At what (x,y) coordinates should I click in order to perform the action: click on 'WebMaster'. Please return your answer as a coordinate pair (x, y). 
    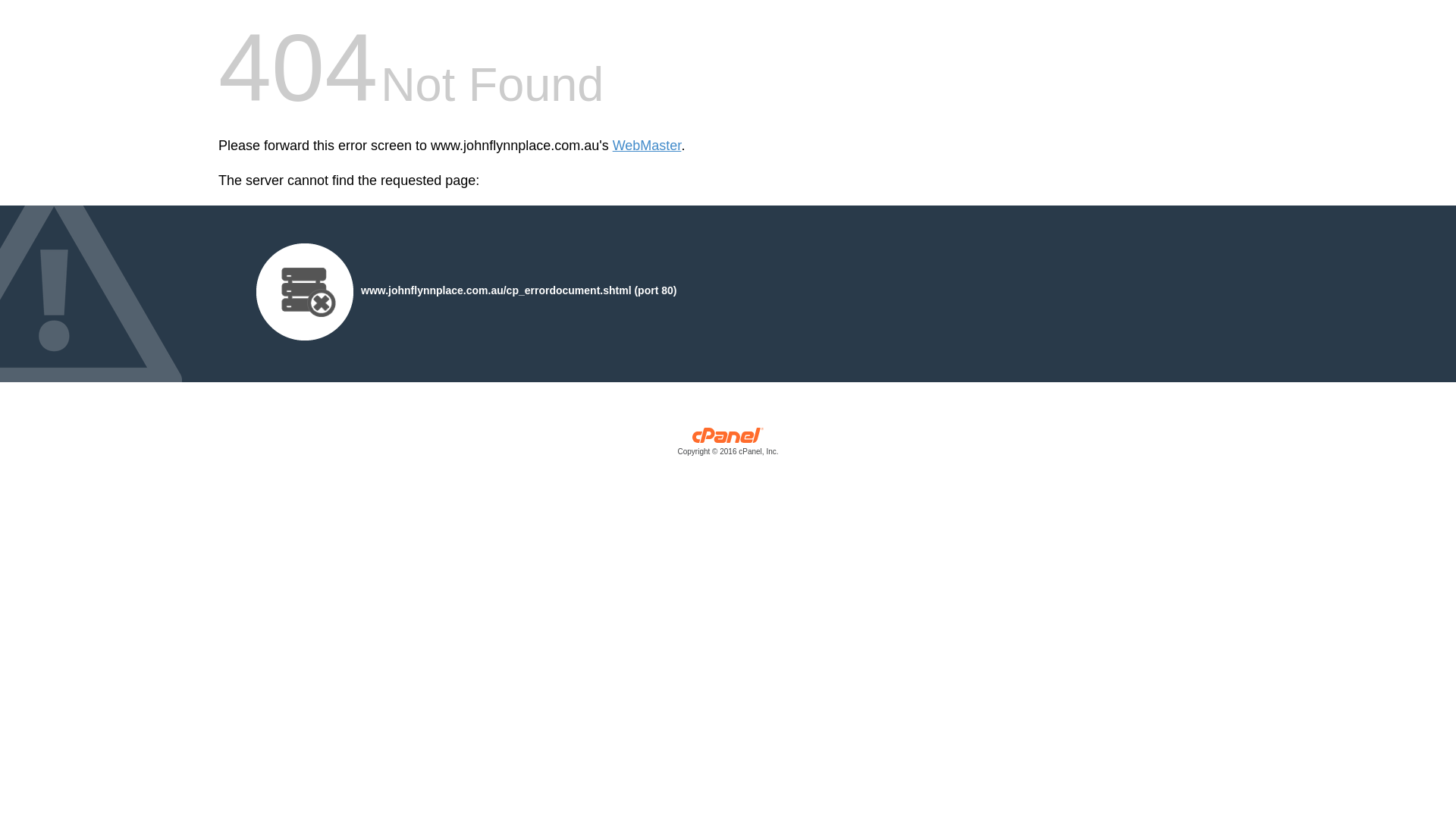
    Looking at the image, I should click on (647, 146).